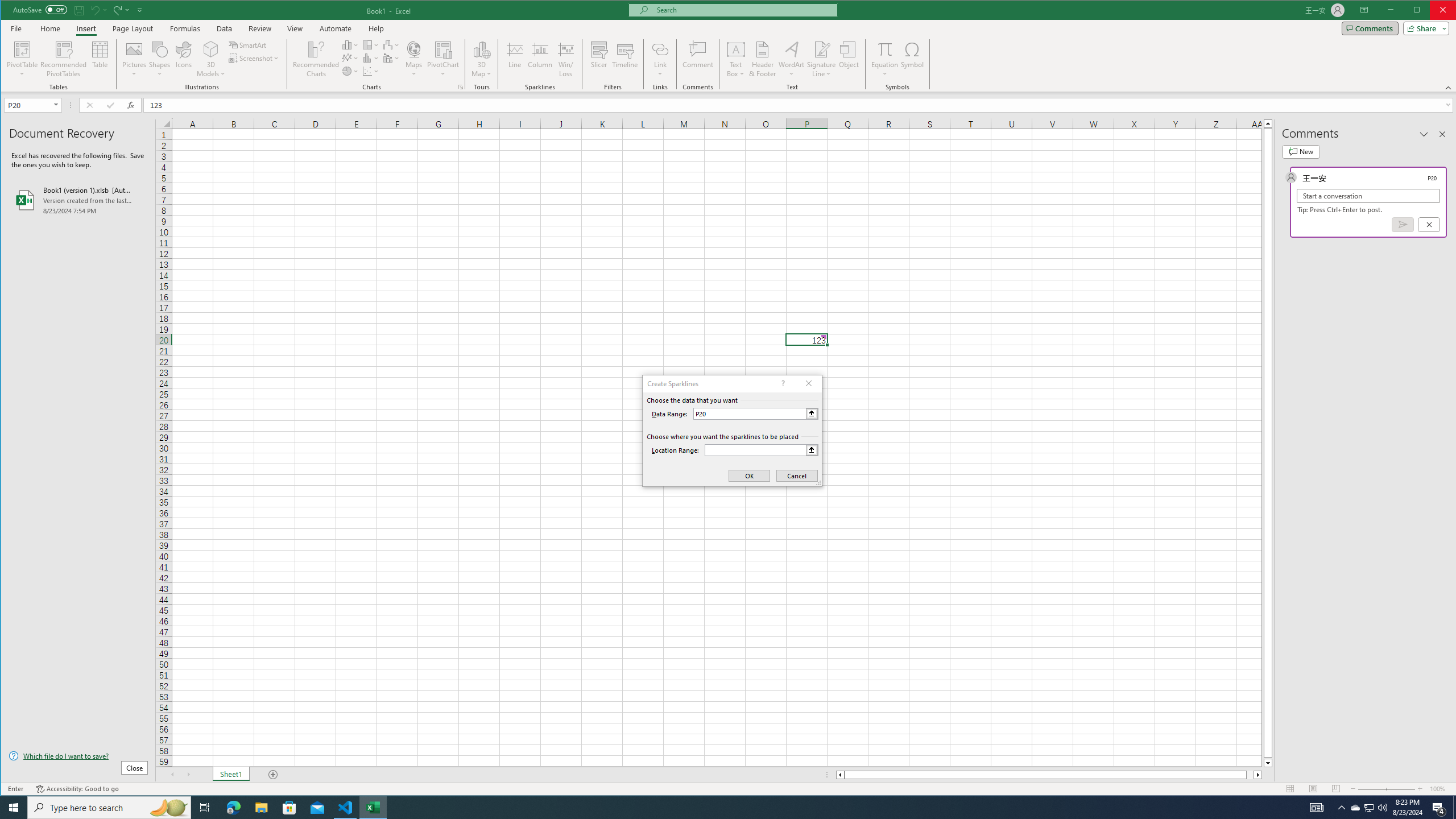  Describe the element at coordinates (442, 48) in the screenshot. I see `'PivotChart'` at that location.